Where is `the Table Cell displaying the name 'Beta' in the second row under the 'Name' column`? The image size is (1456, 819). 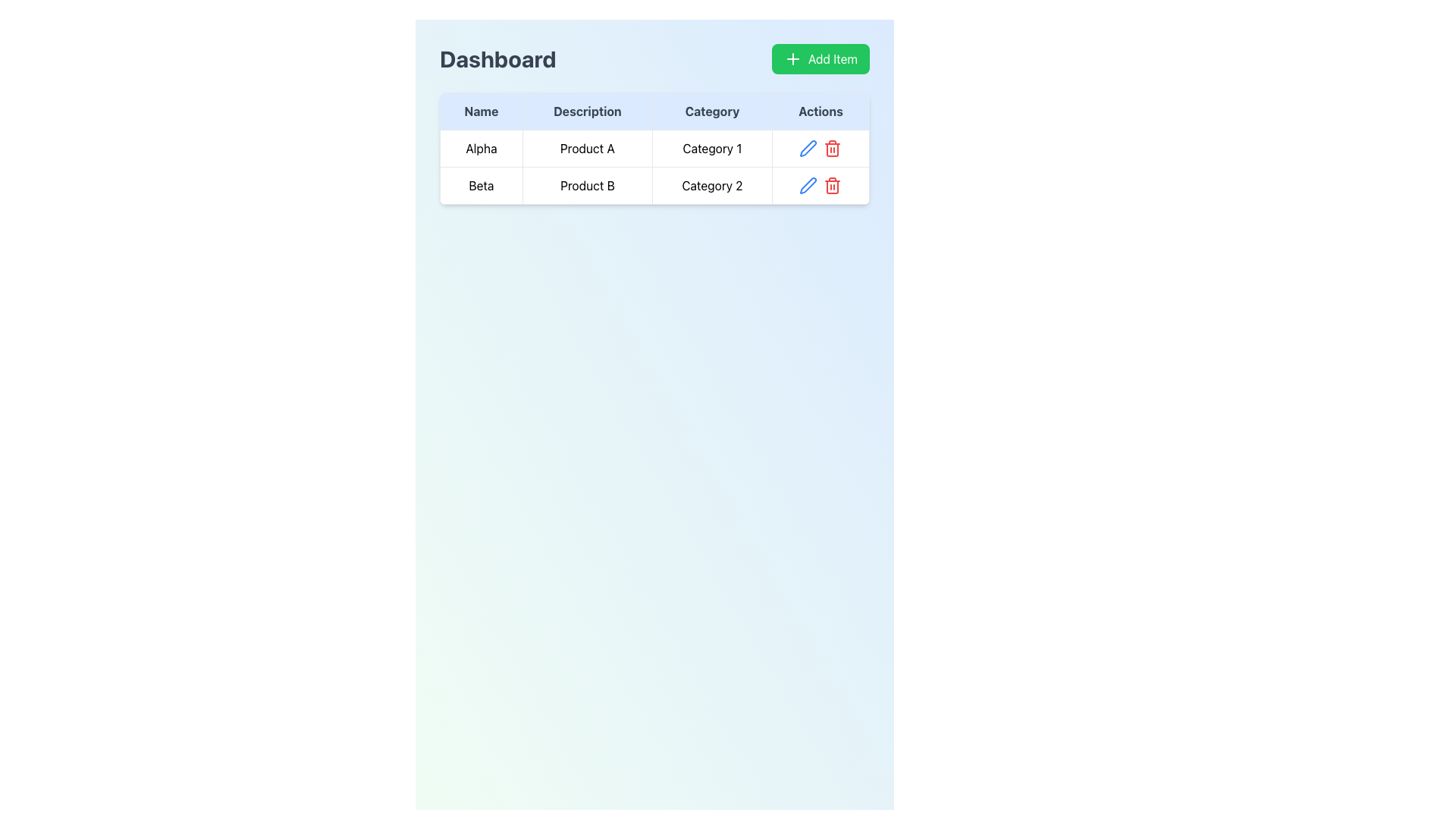 the Table Cell displaying the name 'Beta' in the second row under the 'Name' column is located at coordinates (480, 185).